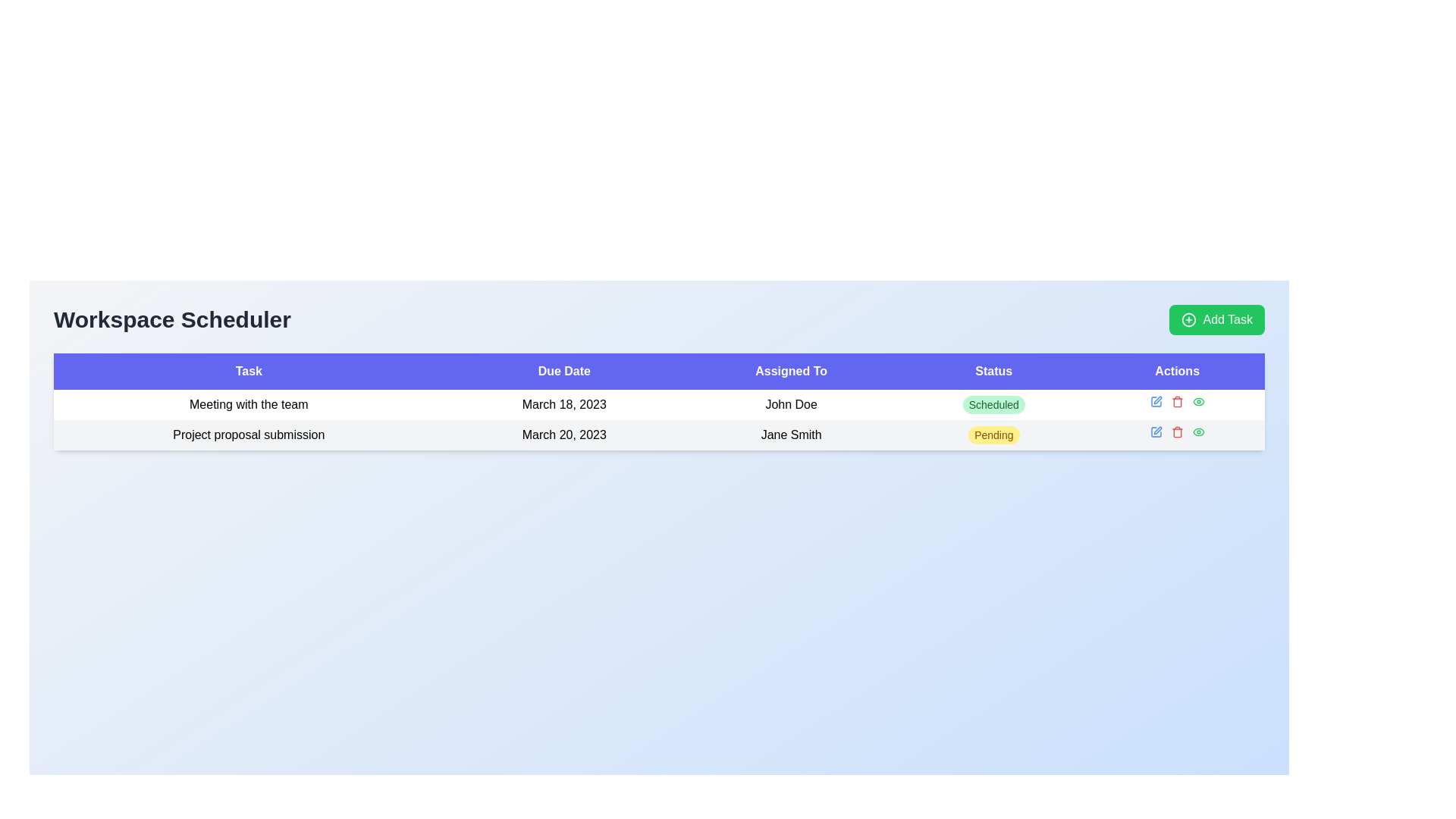 This screenshot has height=819, width=1456. I want to click on the eye icon representing the view functionality in the Actions column of the table for the 'Project proposal submission' task, so click(1197, 400).